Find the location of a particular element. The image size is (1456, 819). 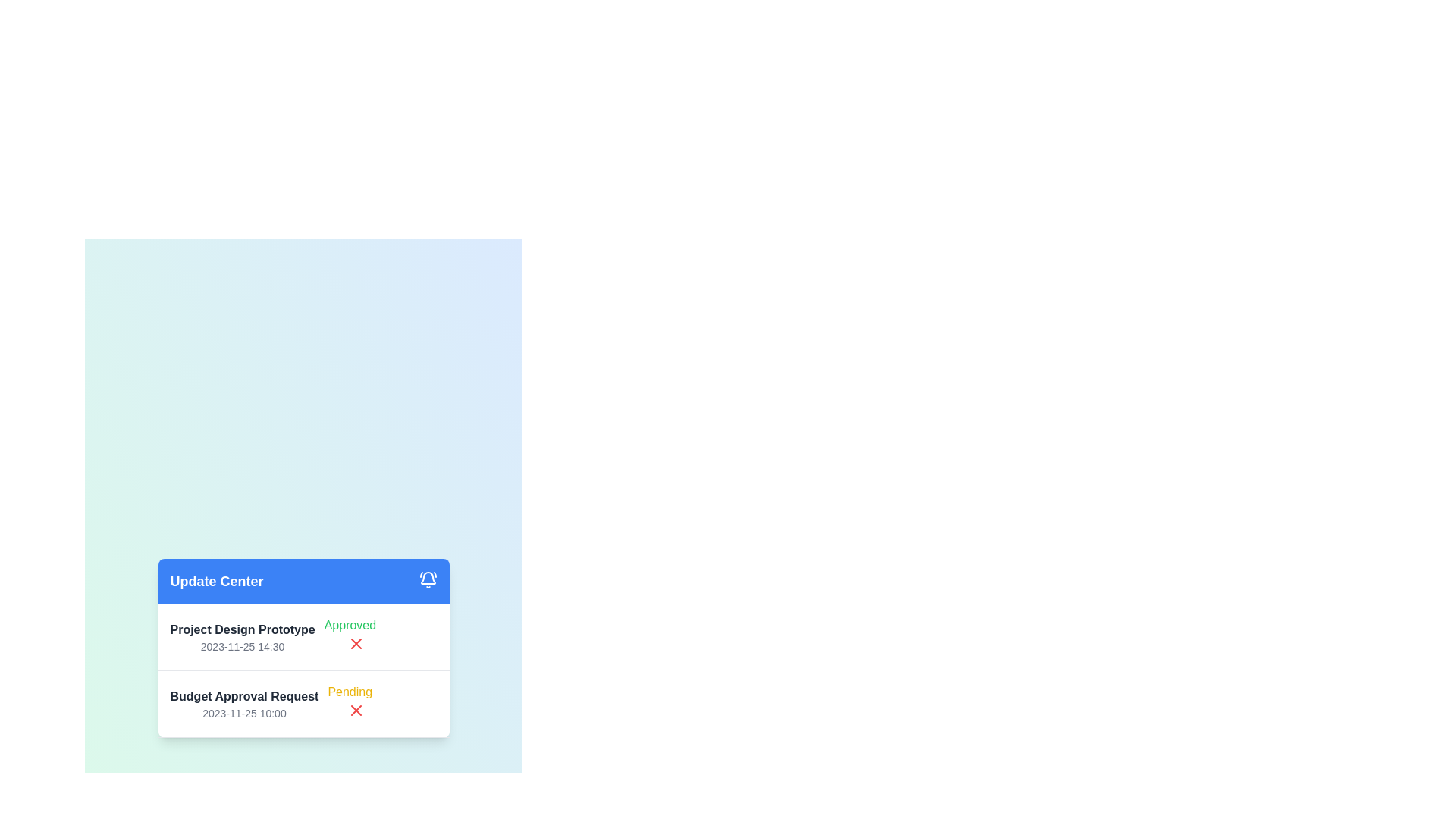

the 'Update Center' text label, which is prominently displayed in bold white font against a blue background within the header of the card is located at coordinates (216, 581).